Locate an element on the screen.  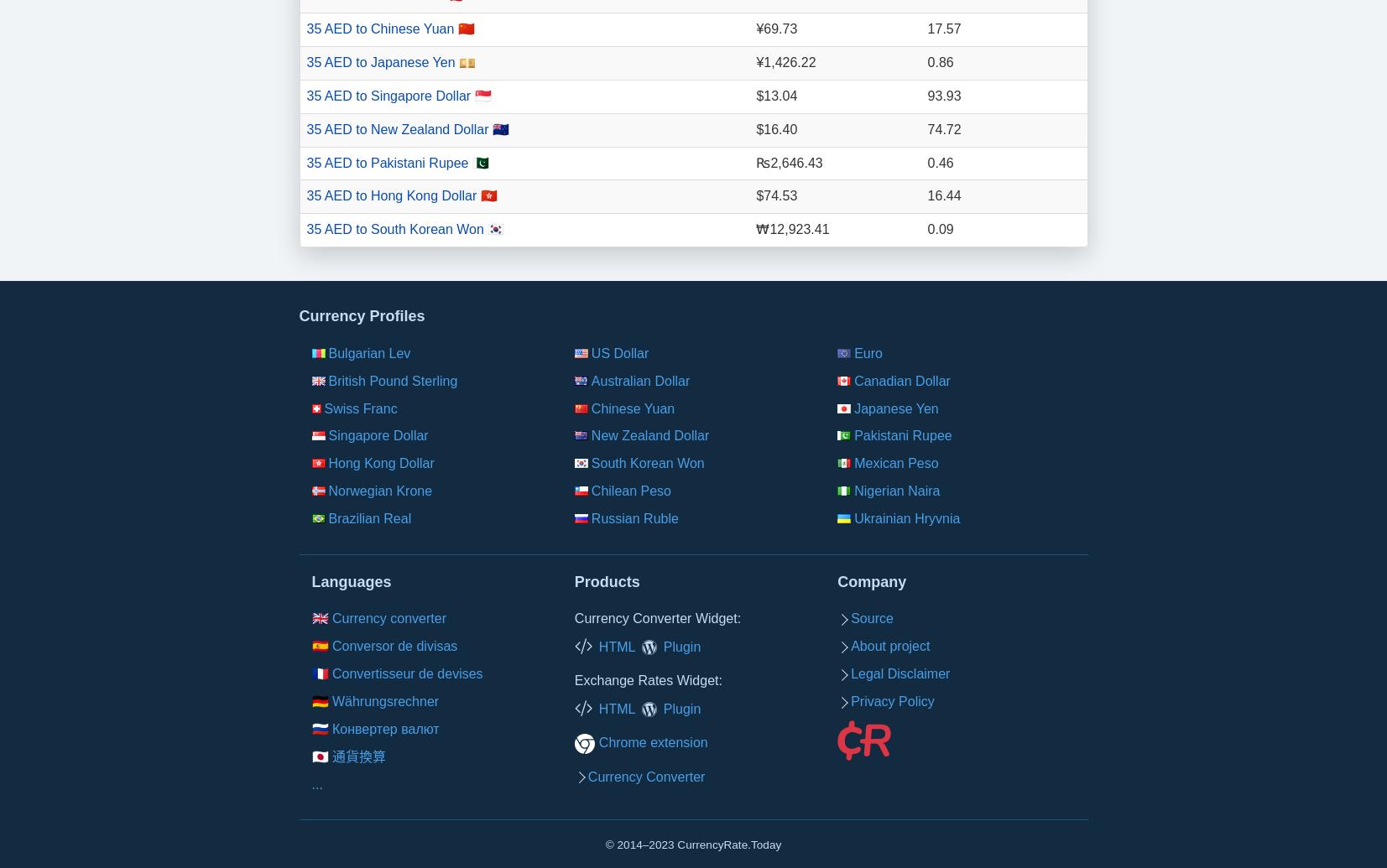
'Currency Profiles' is located at coordinates (360, 316).